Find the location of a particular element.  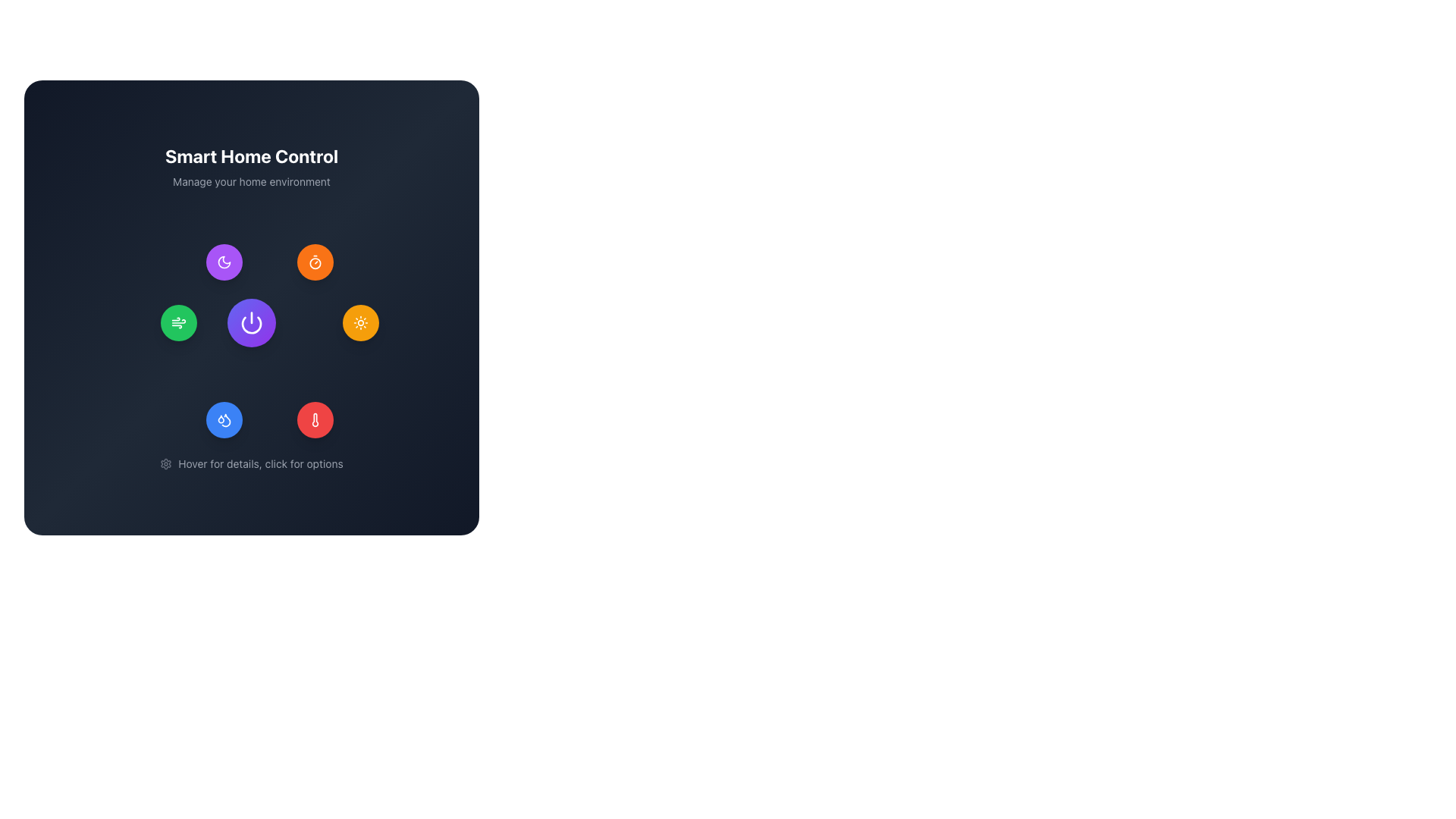

the circular button with a gradient from indigo to purple featuring a white power icon is located at coordinates (251, 322).